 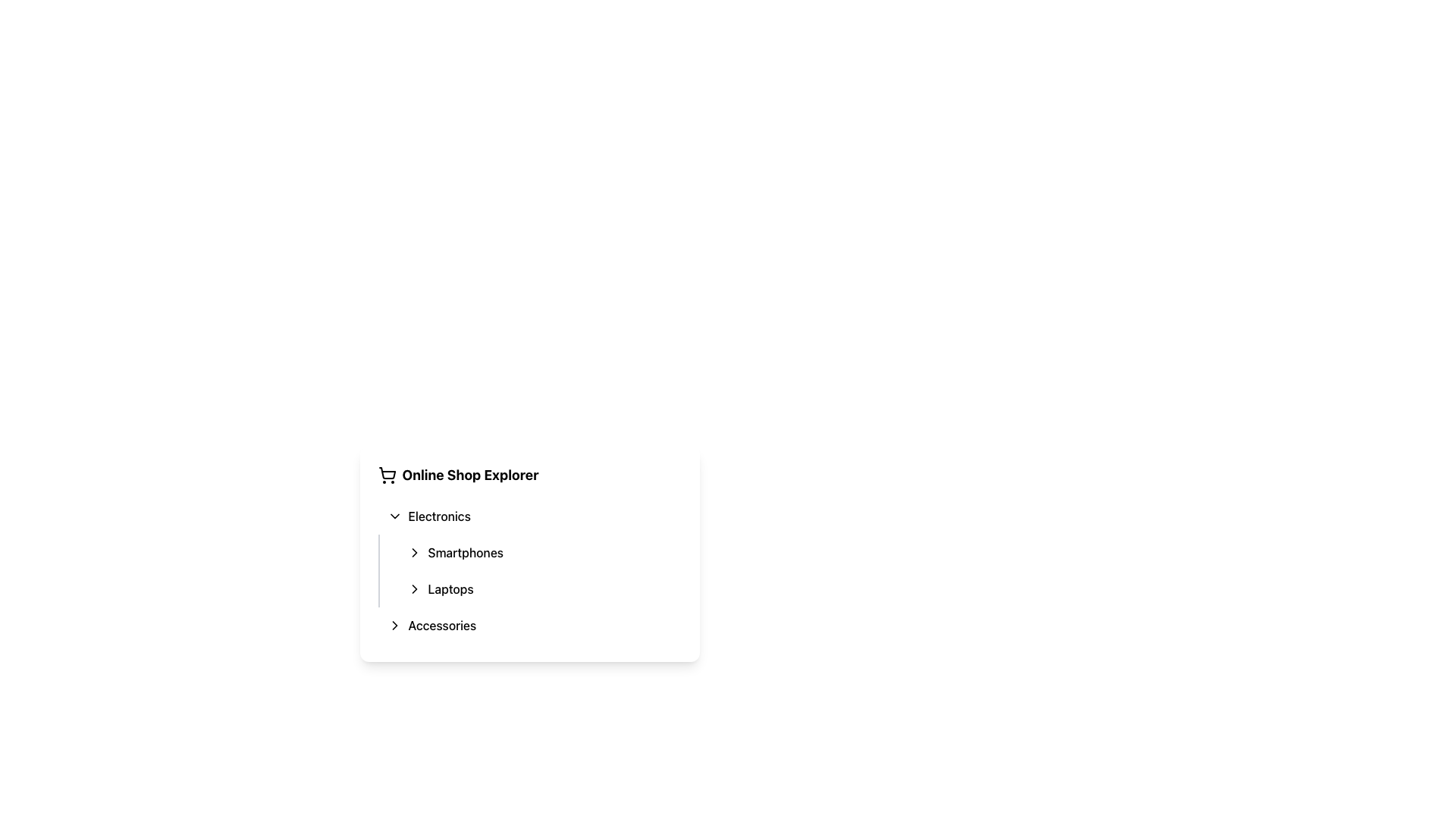 What do you see at coordinates (387, 472) in the screenshot?
I see `the shopping cart icon located in the header of the sidebar menu, adjacent to the 'Online Shop Explorer' text` at bounding box center [387, 472].